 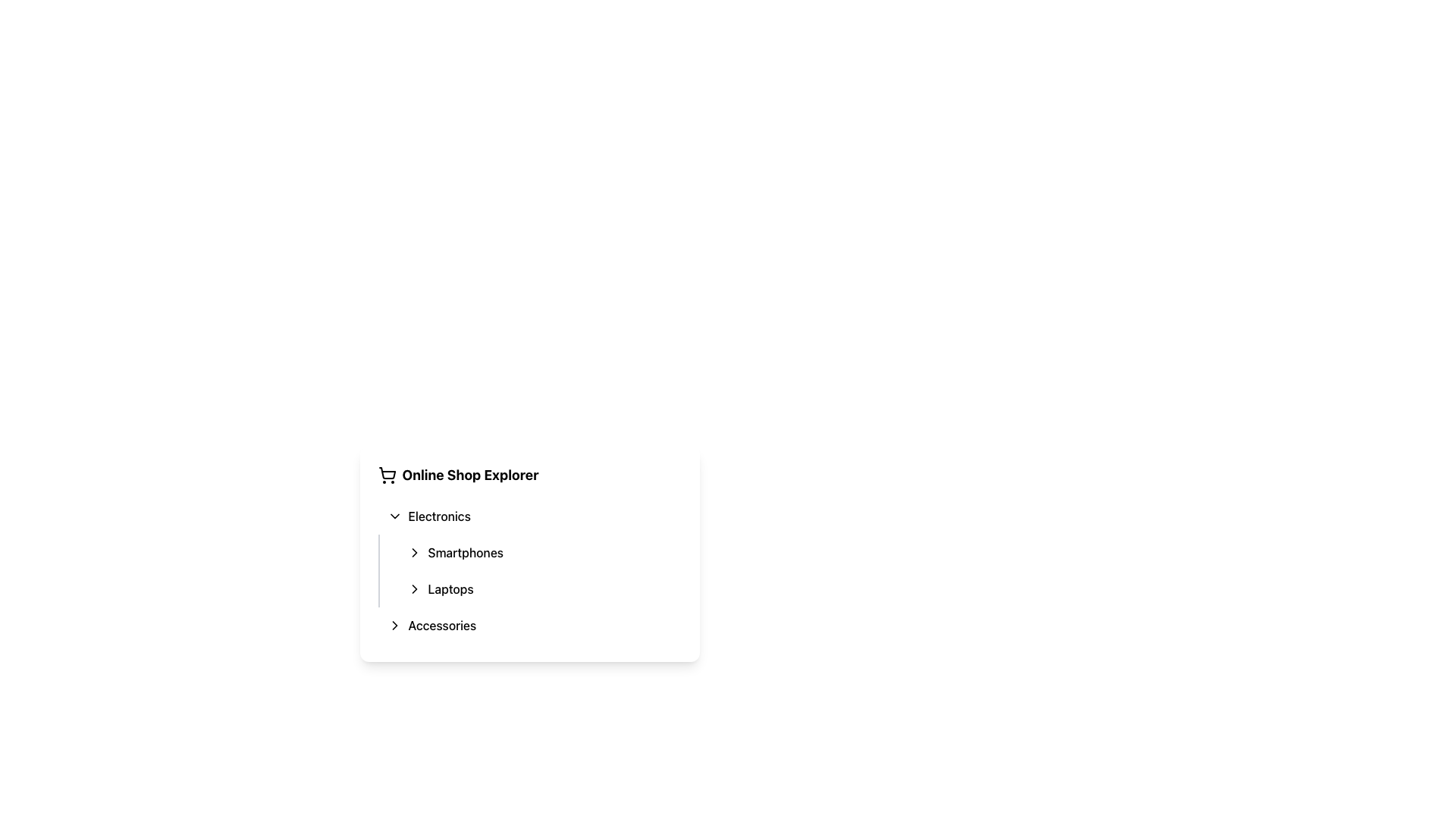 What do you see at coordinates (387, 472) in the screenshot?
I see `the shopping cart icon located in the header of the sidebar menu, adjacent to the 'Online Shop Explorer' text` at bounding box center [387, 472].